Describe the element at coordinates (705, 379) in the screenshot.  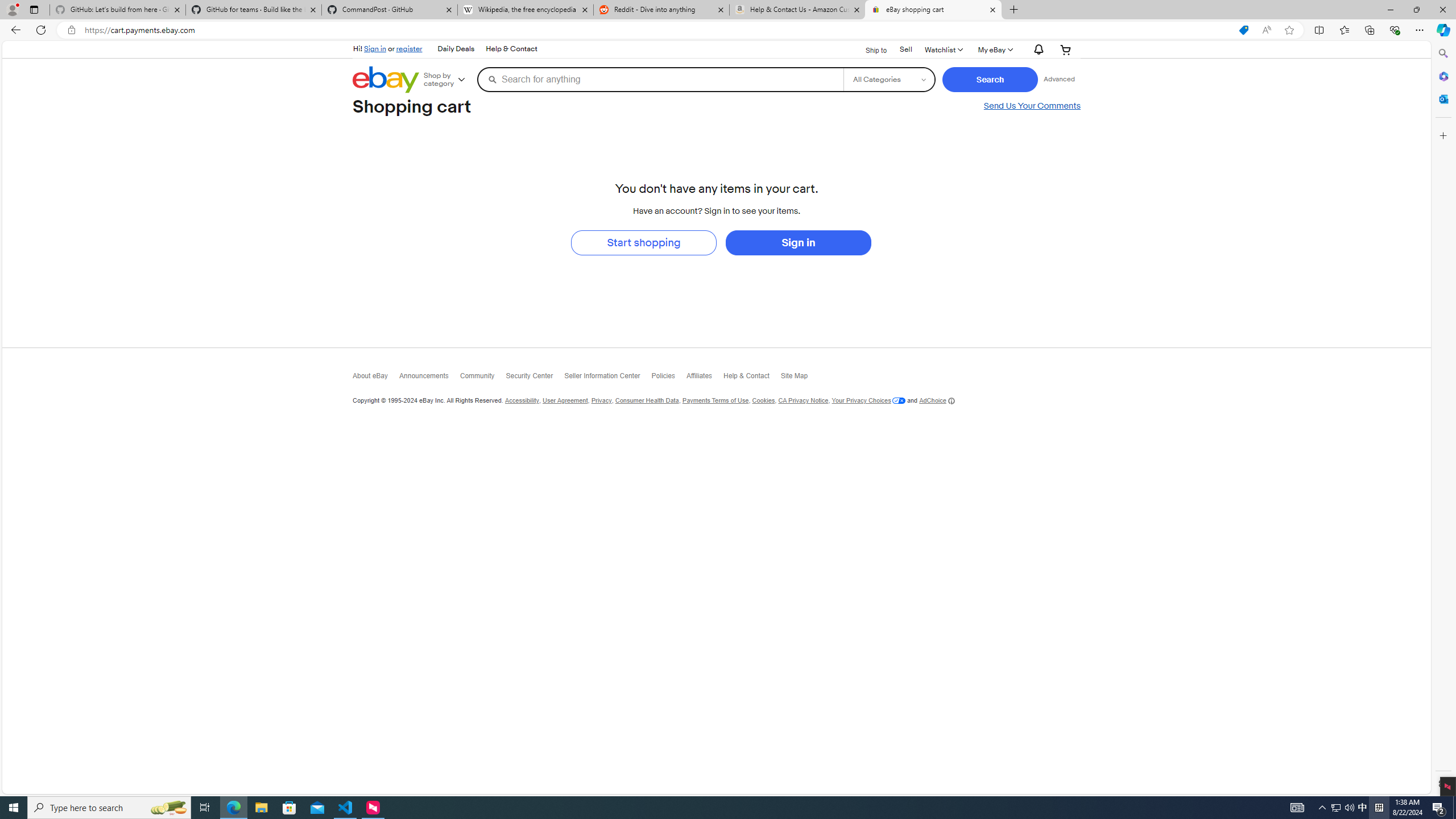
I see `'Affiliates'` at that location.